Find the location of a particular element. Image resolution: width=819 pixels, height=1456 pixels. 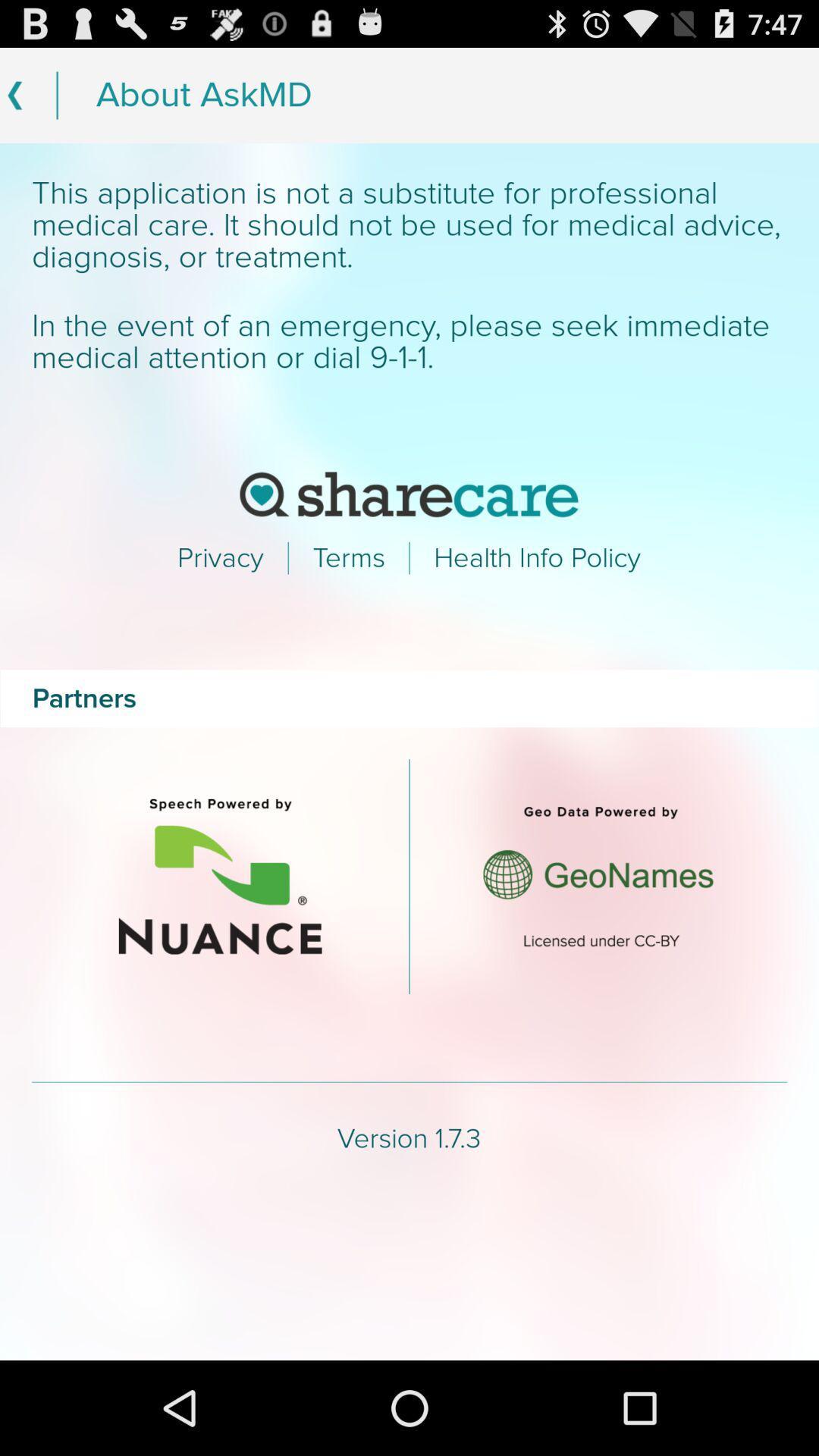

text which is right to privacy is located at coordinates (349, 557).